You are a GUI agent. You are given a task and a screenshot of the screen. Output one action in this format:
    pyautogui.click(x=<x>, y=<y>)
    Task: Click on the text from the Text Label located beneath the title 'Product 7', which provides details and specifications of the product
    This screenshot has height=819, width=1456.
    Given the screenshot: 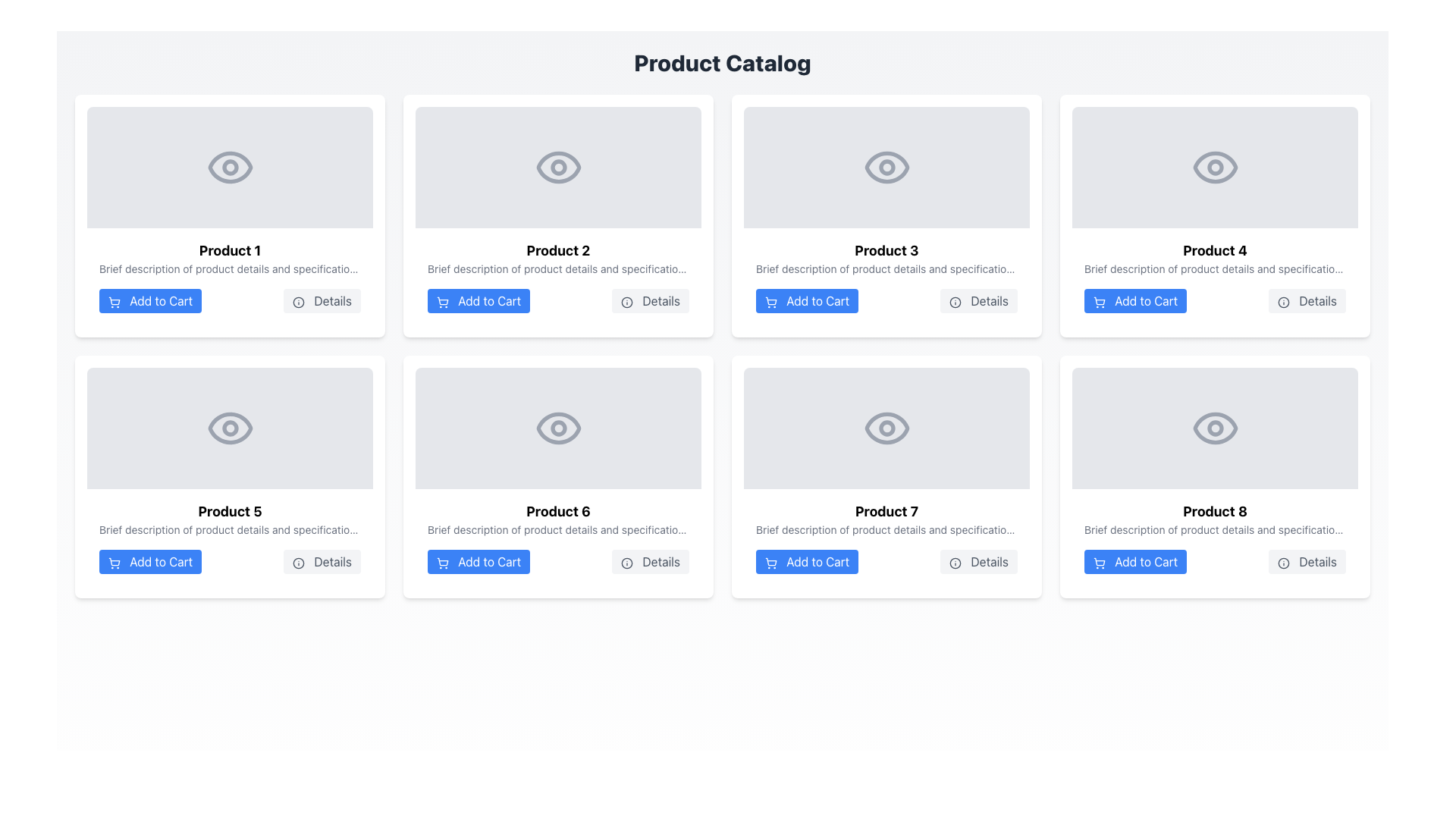 What is the action you would take?
    pyautogui.click(x=886, y=529)
    